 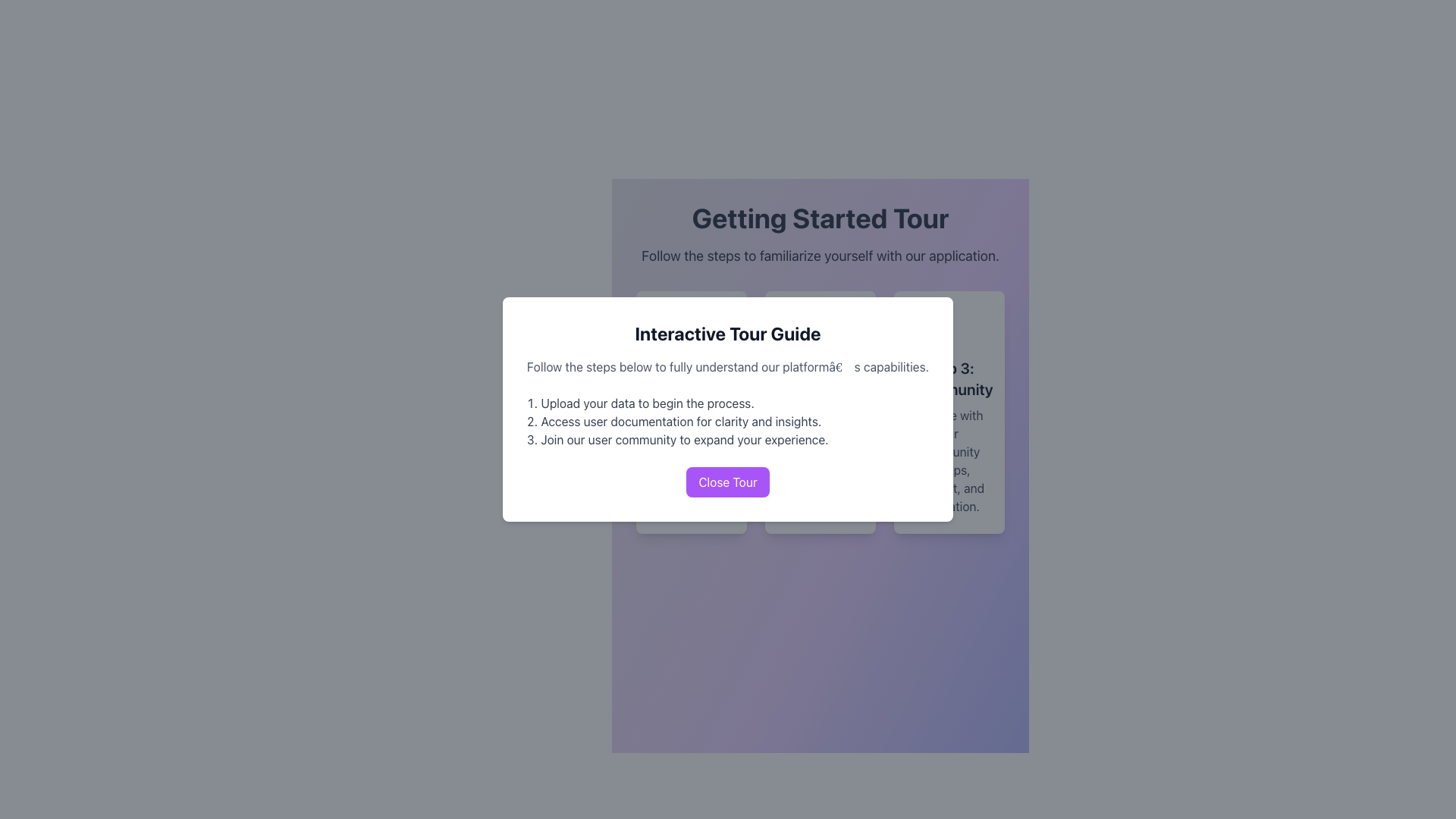 I want to click on the Ordered List element below the 'Interactive Tour Guide' heading, so click(x=728, y=421).